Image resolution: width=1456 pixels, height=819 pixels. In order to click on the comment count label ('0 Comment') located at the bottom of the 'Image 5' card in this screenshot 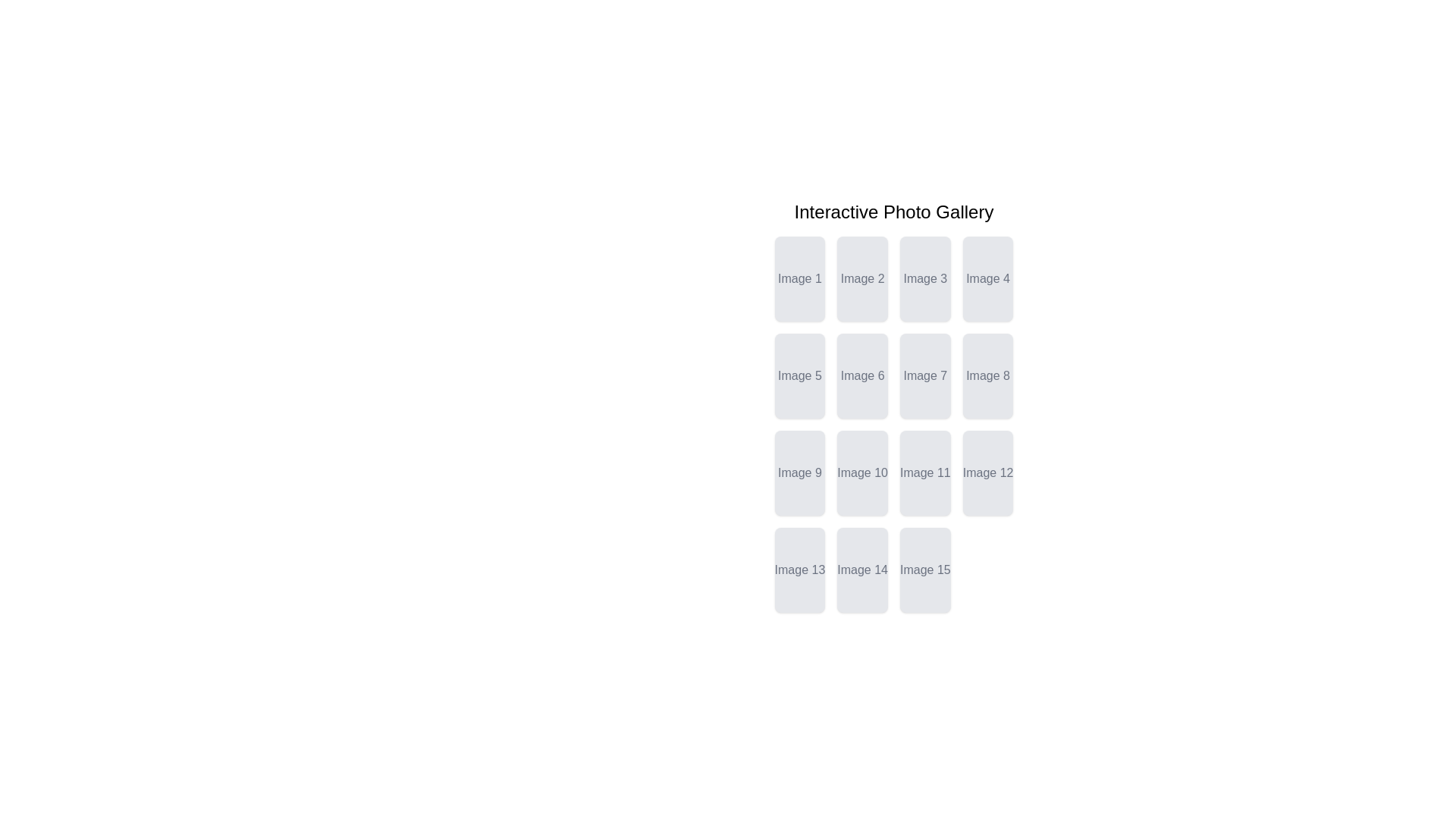, I will do `click(799, 388)`.